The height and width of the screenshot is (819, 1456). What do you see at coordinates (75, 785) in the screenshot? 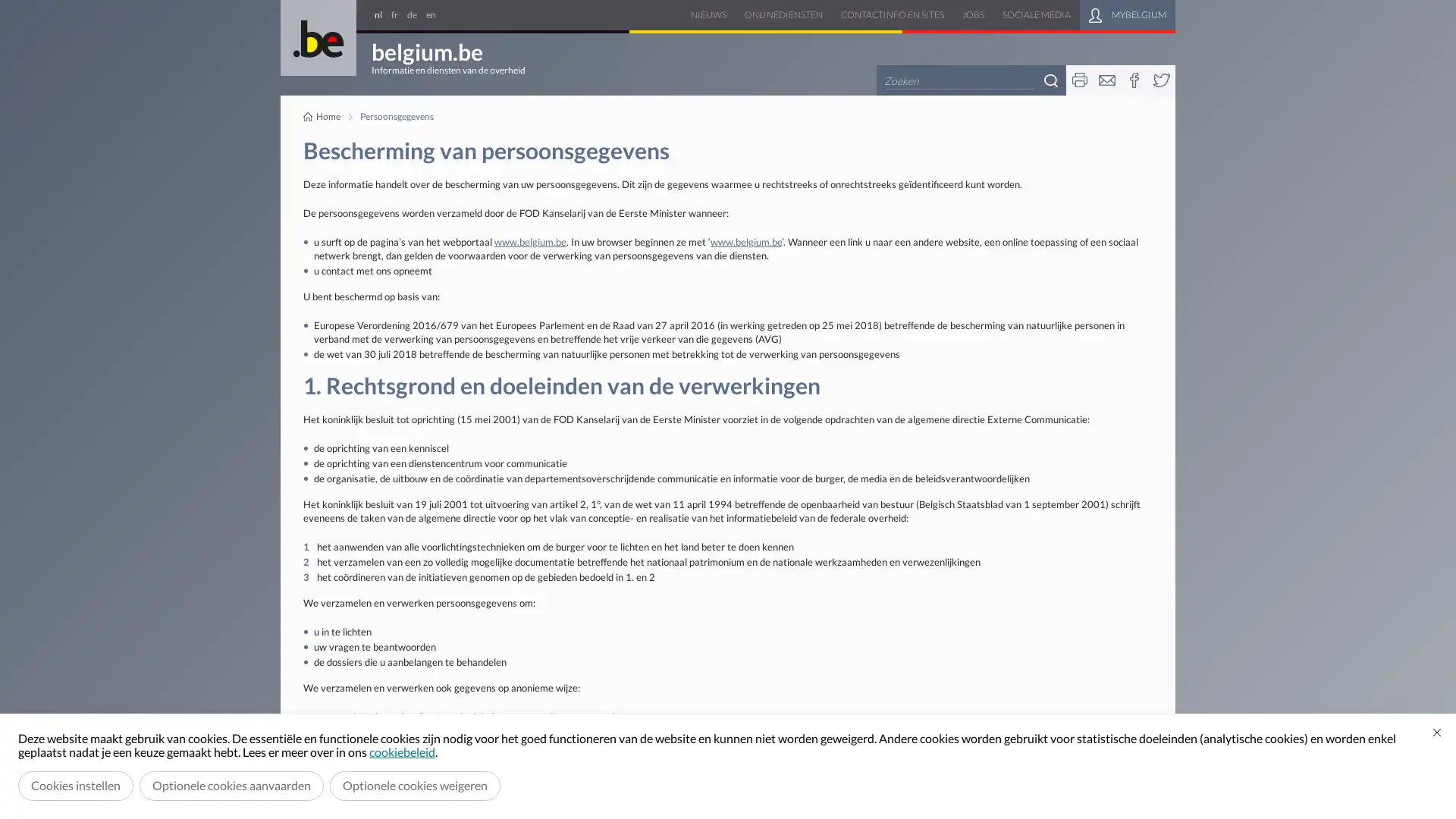
I see `Cookies instellen` at bounding box center [75, 785].